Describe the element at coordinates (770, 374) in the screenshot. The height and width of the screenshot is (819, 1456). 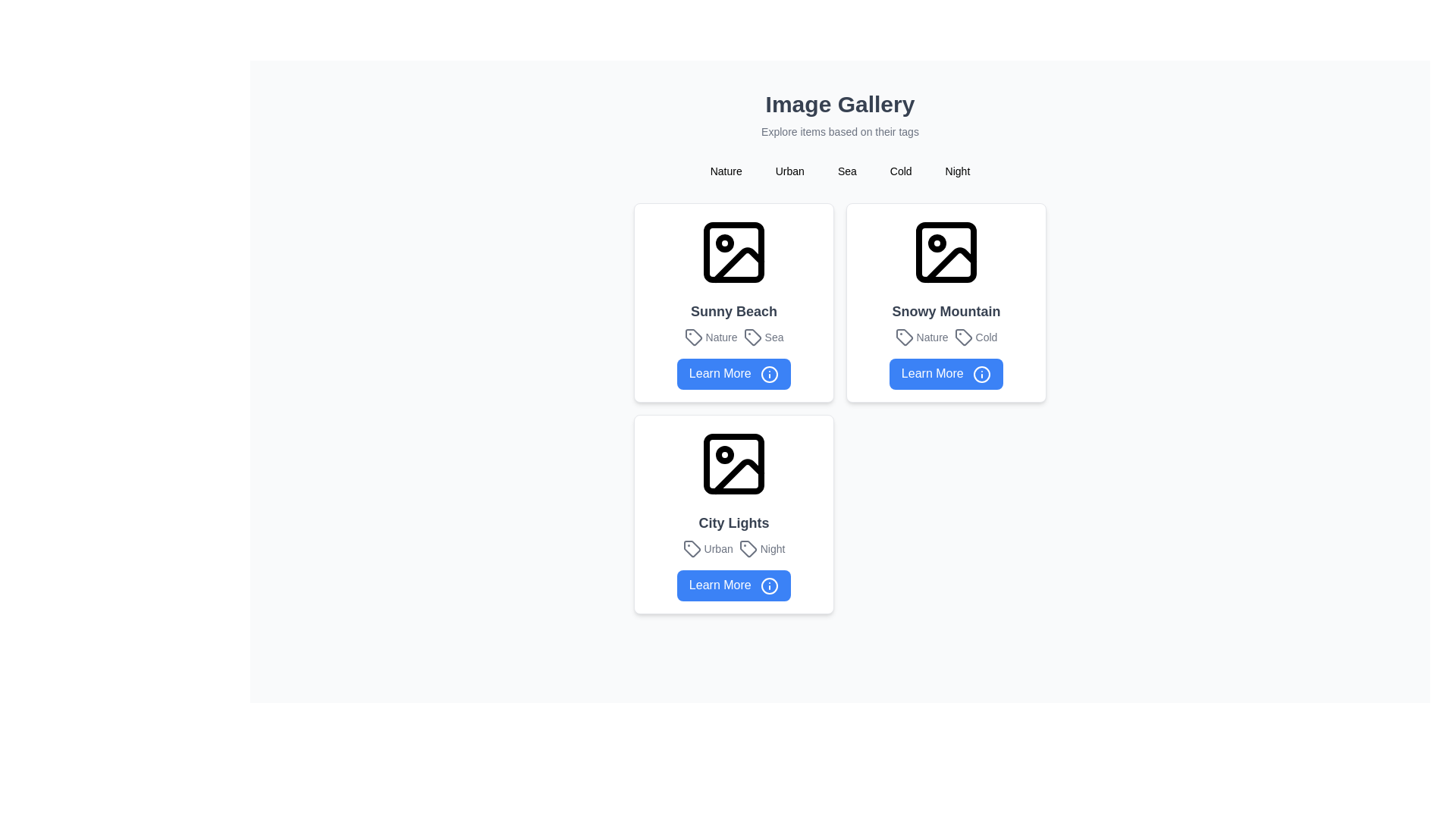
I see `the blue button labeled 'Learn More' that contains the circular information icon with an 'i' symbol` at that location.